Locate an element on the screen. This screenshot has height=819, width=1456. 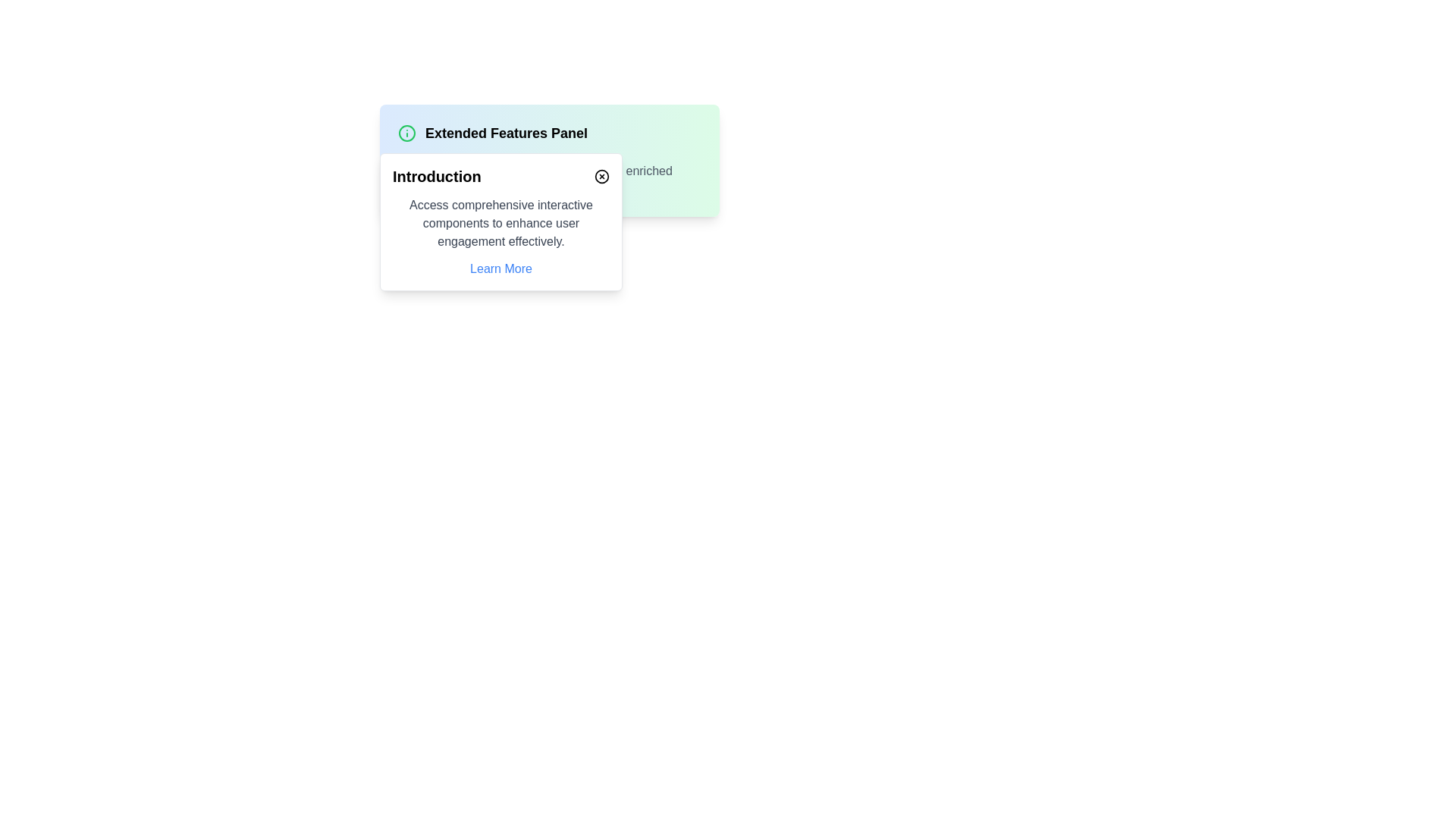
the 'Learn More' button, which is a clickable text in blue font located at the bottom of a floating panel is located at coordinates (501, 268).